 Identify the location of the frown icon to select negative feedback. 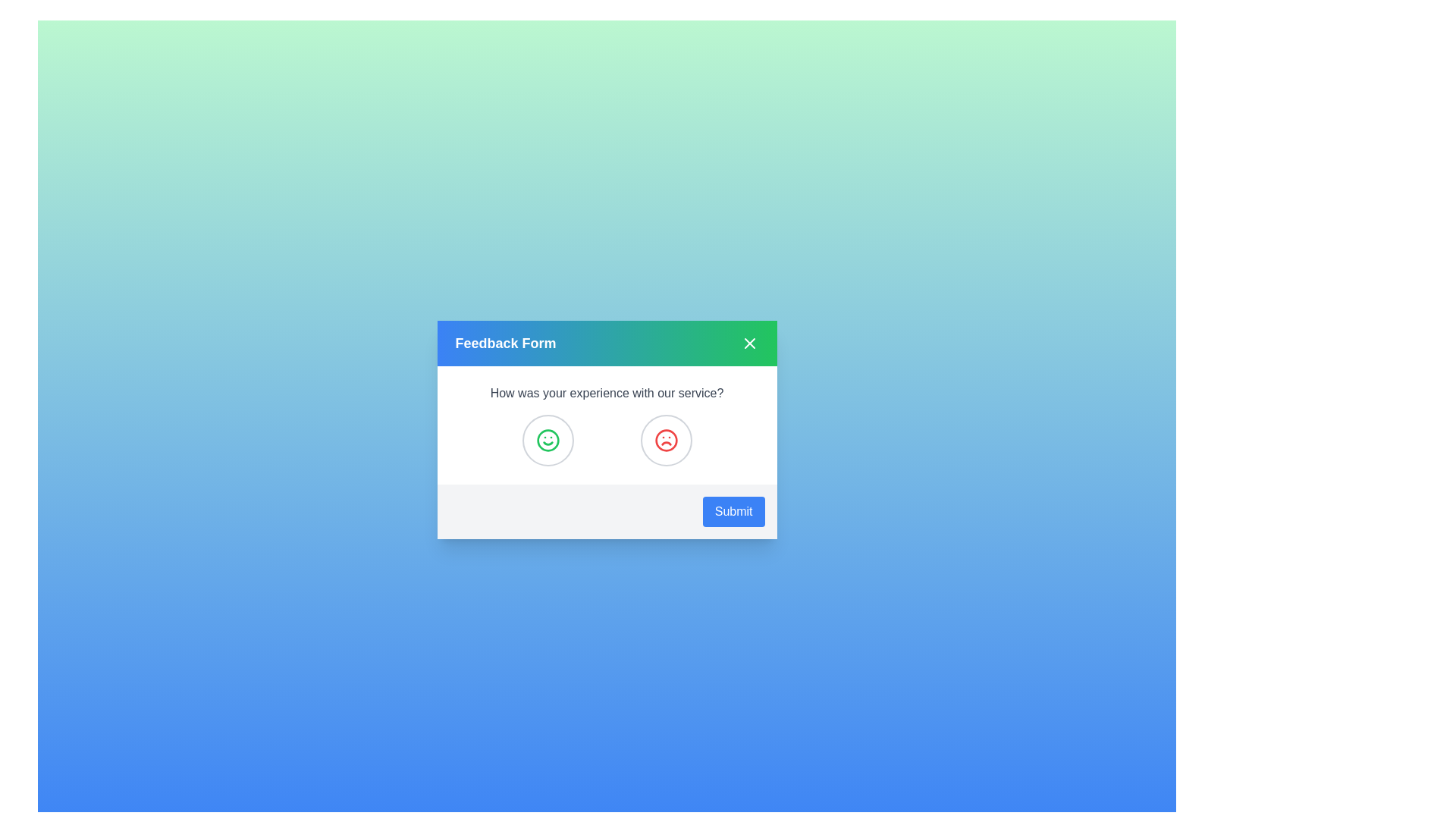
(666, 441).